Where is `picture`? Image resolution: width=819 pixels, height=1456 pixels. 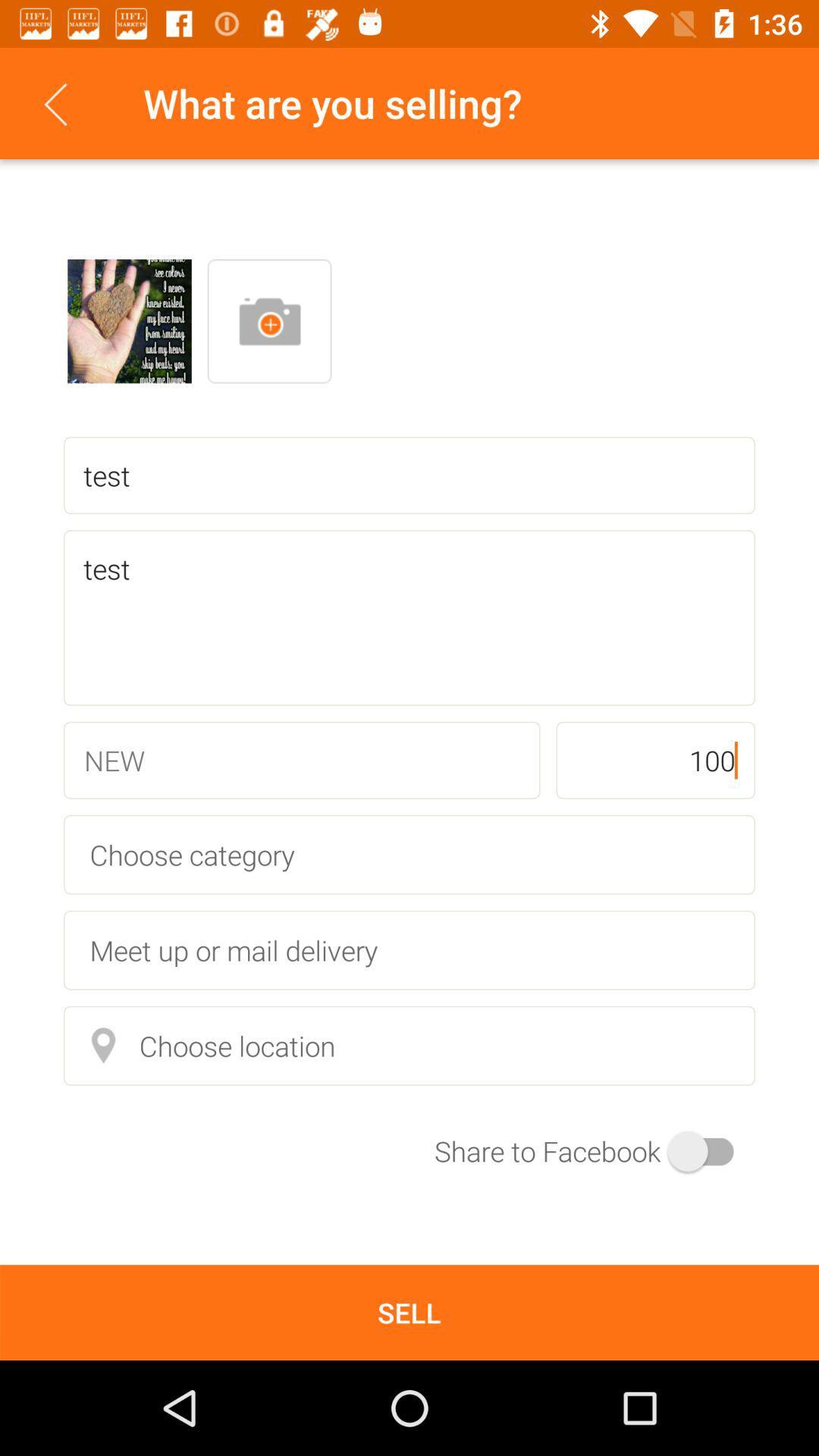 picture is located at coordinates (128, 320).